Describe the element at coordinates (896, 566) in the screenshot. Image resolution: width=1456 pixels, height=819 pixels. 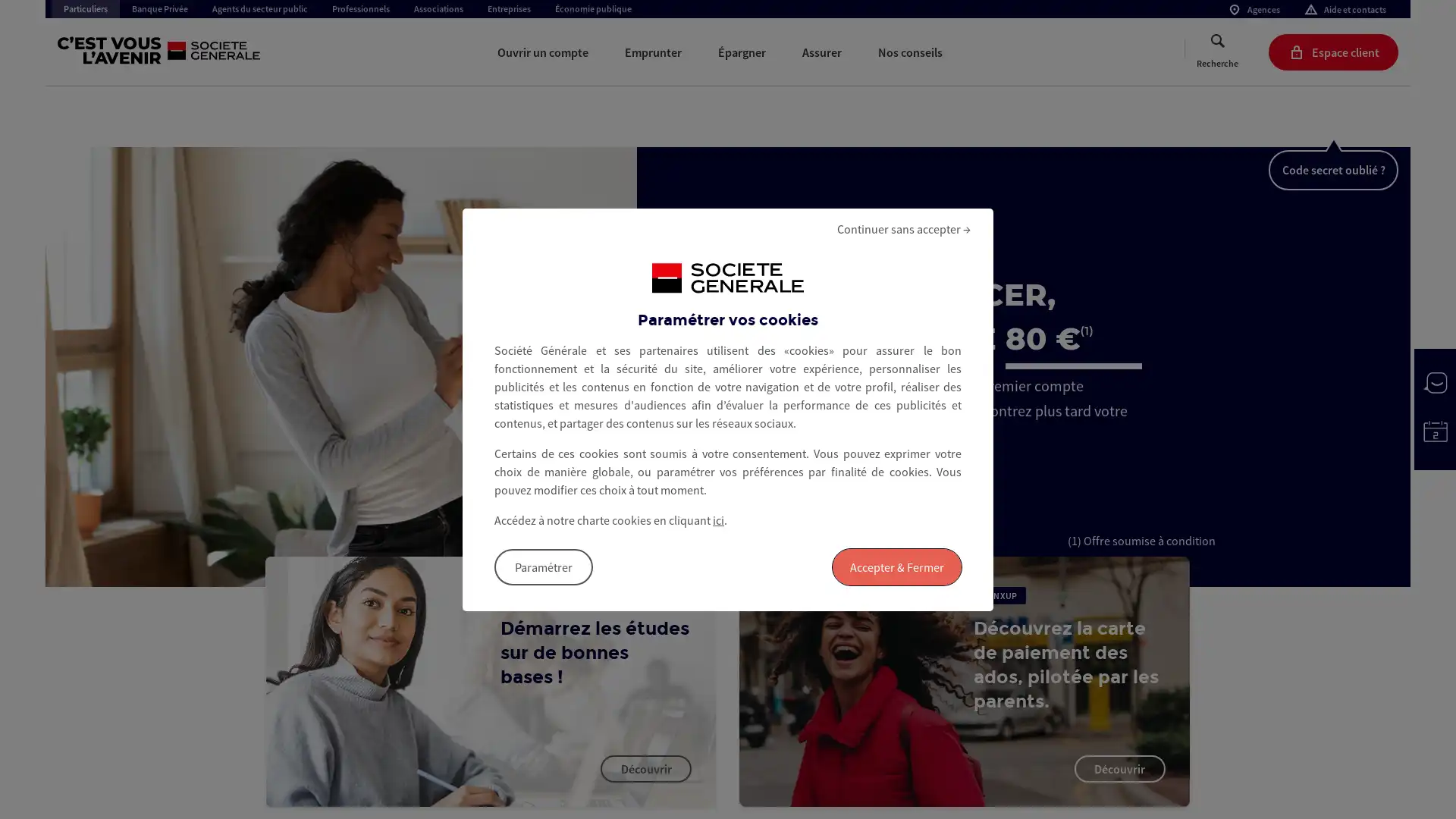
I see `Accepter & Fermer` at that location.